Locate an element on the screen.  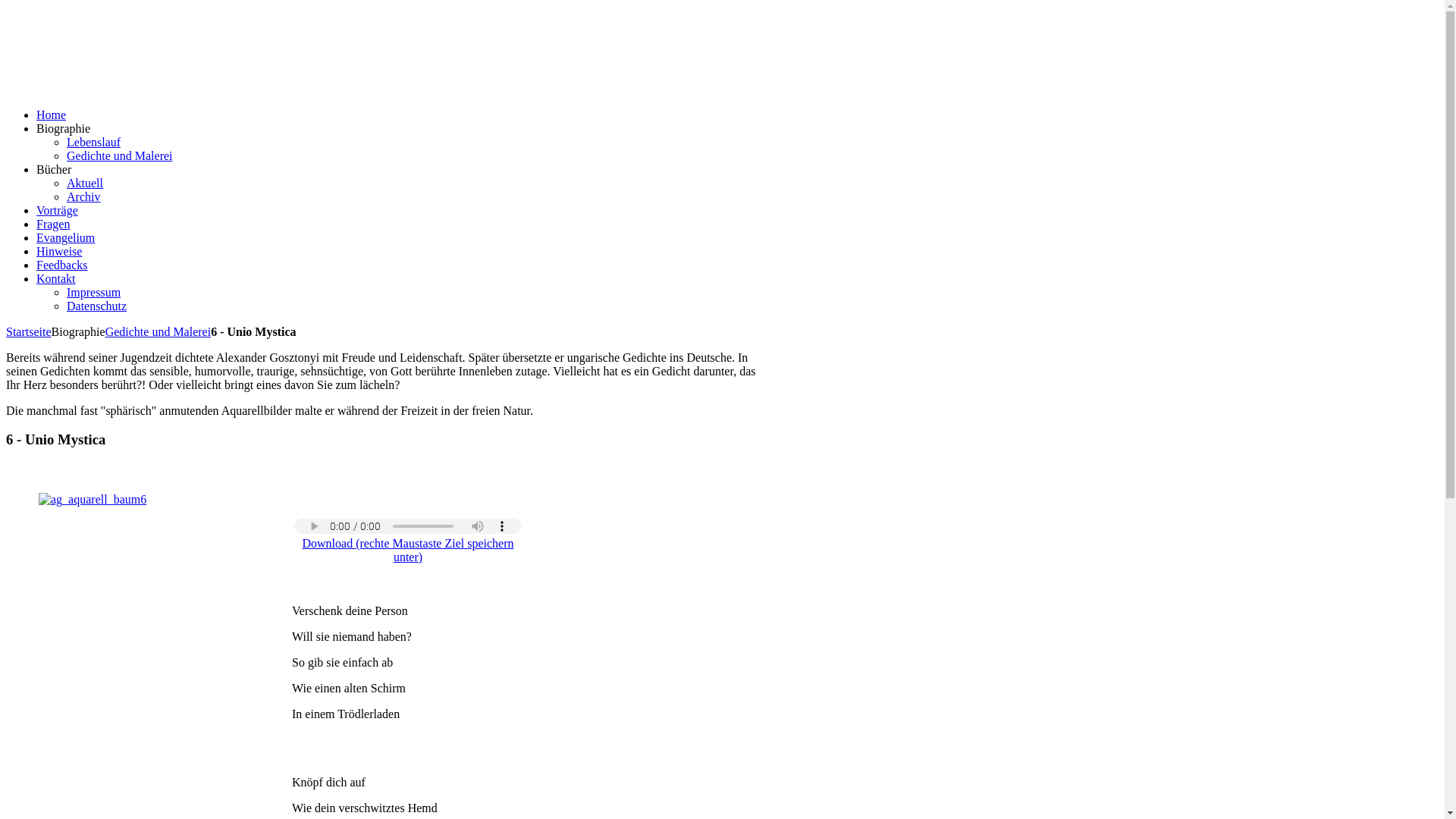
'Impressum' is located at coordinates (93, 292).